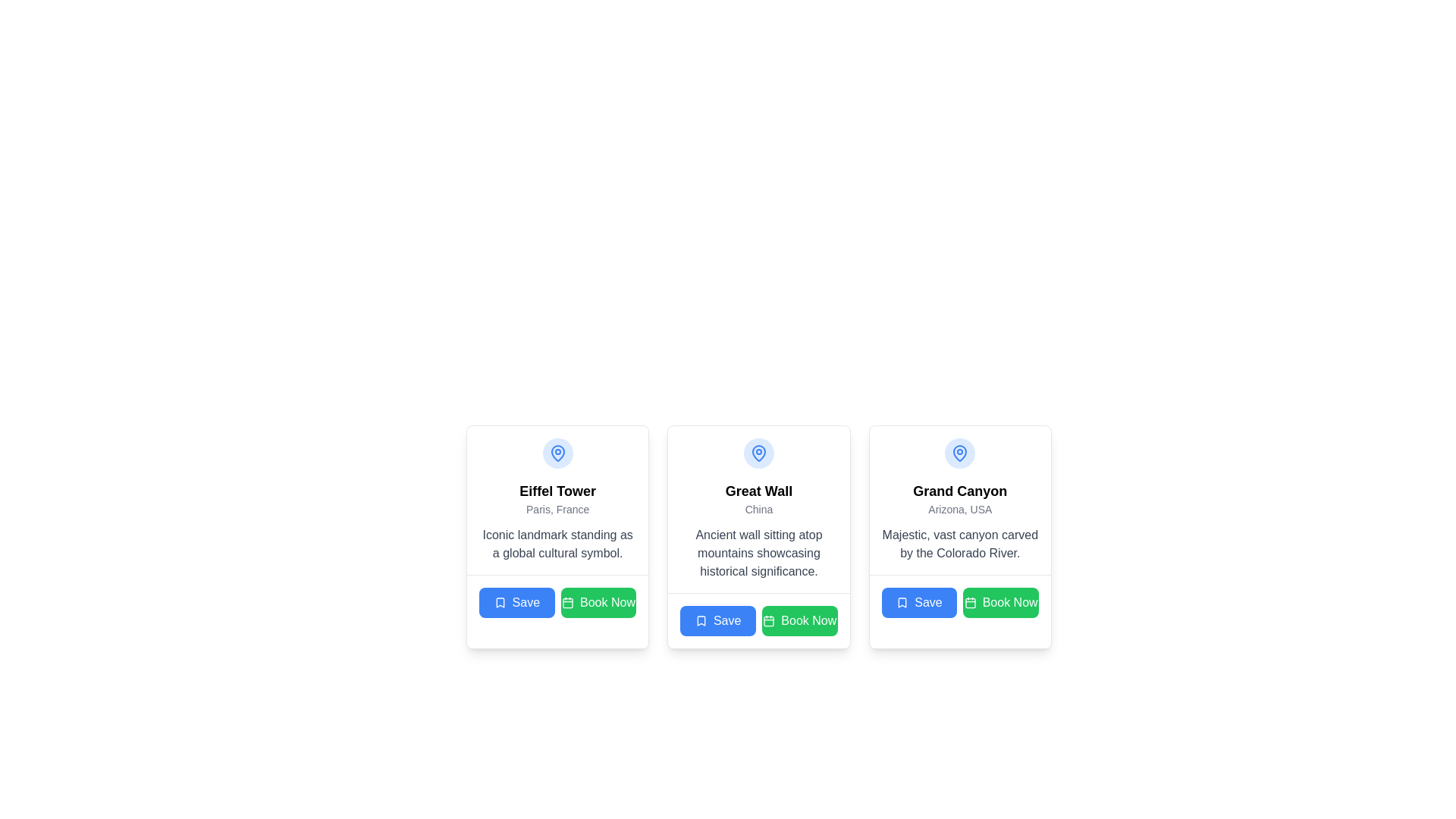 The width and height of the screenshot is (1456, 819). I want to click on the Informational card that provides details about the Great Wall, located in the middle column below the blue map pin icon, so click(758, 509).